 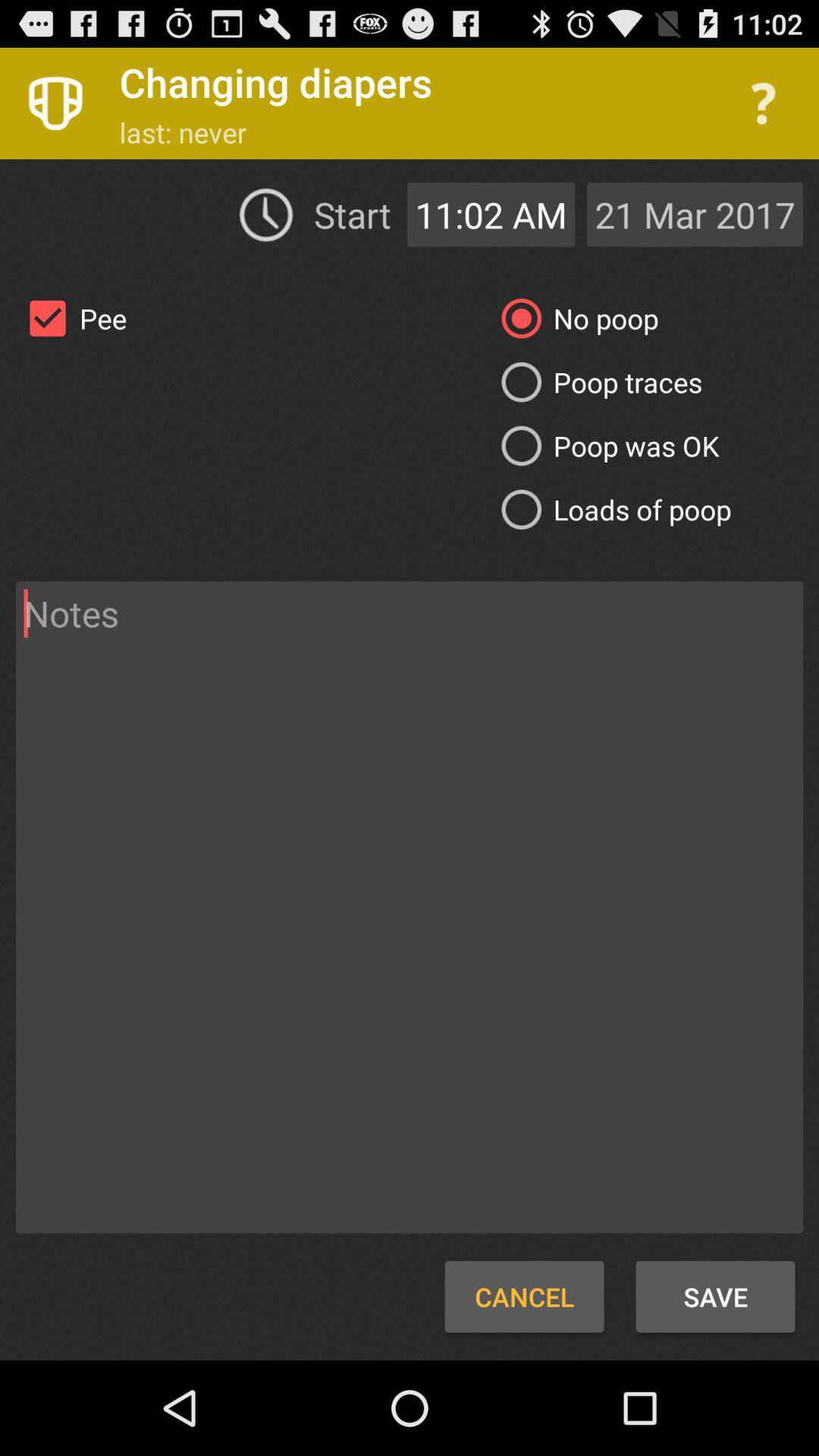 I want to click on get help options, so click(x=763, y=102).